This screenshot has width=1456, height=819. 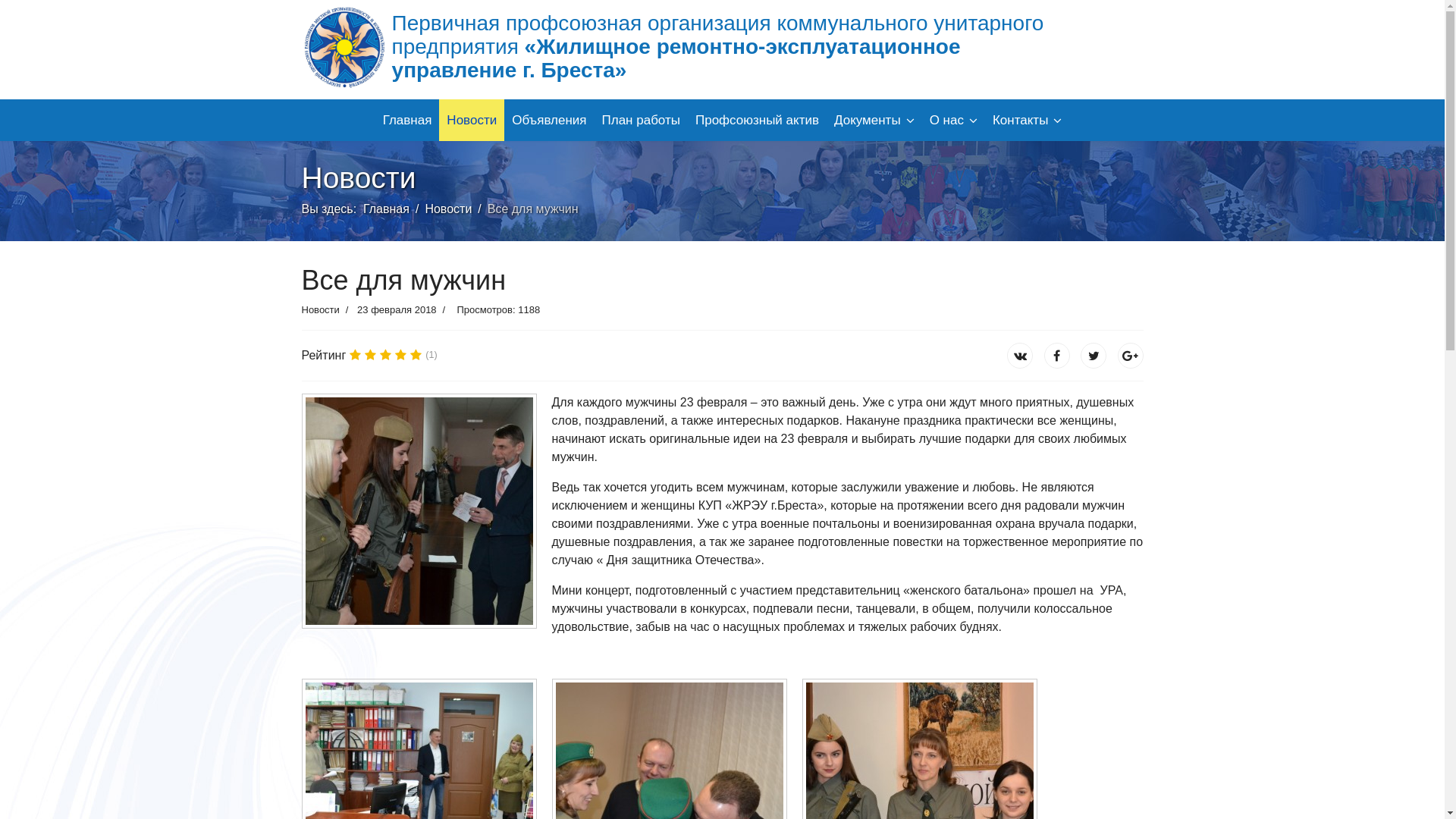 I want to click on 'Twitter', so click(x=1093, y=356).